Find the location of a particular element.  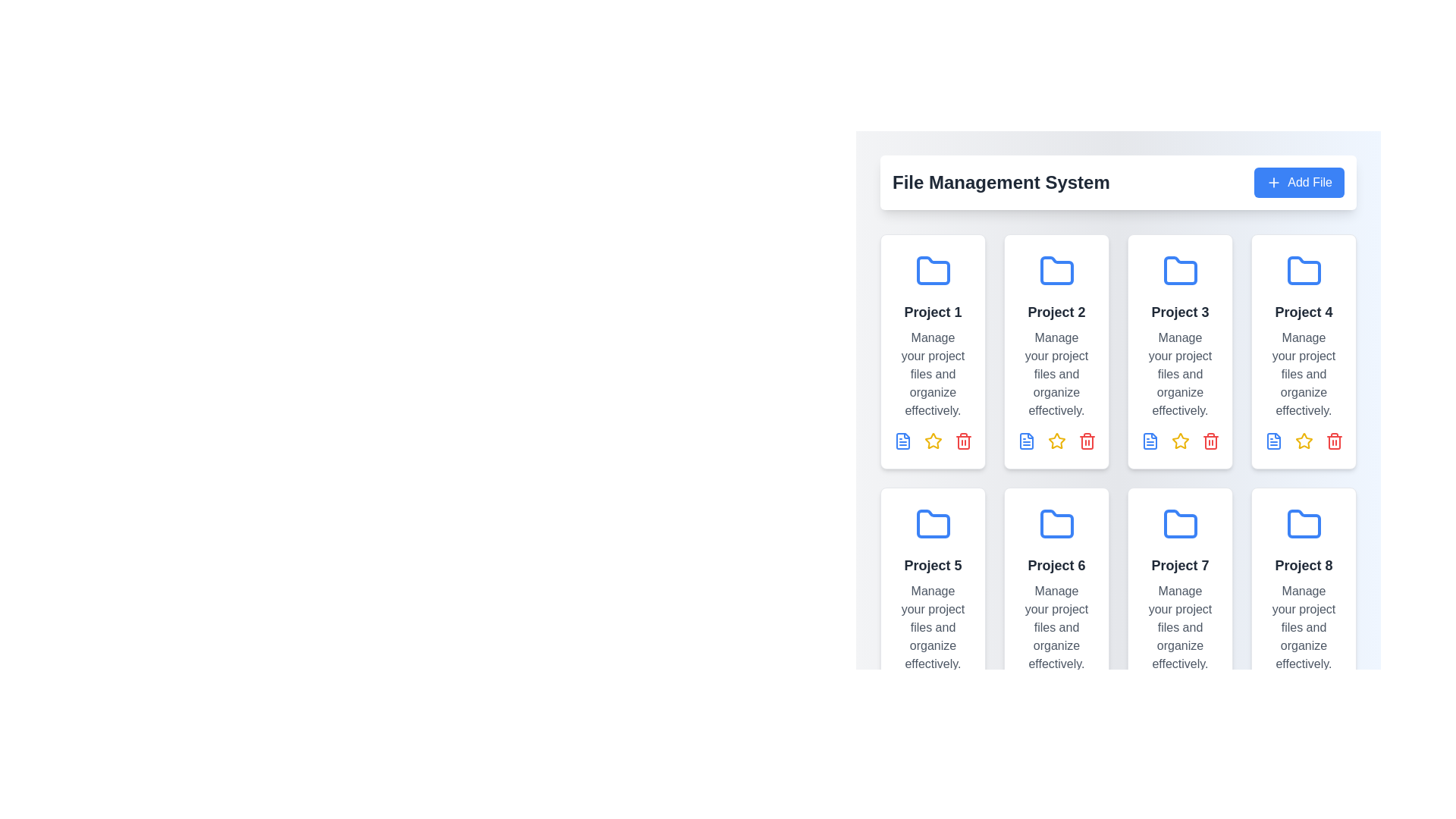

the yellow star icon located in the middle of the interactive icons row beneath the 'Project 1' card to mark it as favorite is located at coordinates (932, 441).